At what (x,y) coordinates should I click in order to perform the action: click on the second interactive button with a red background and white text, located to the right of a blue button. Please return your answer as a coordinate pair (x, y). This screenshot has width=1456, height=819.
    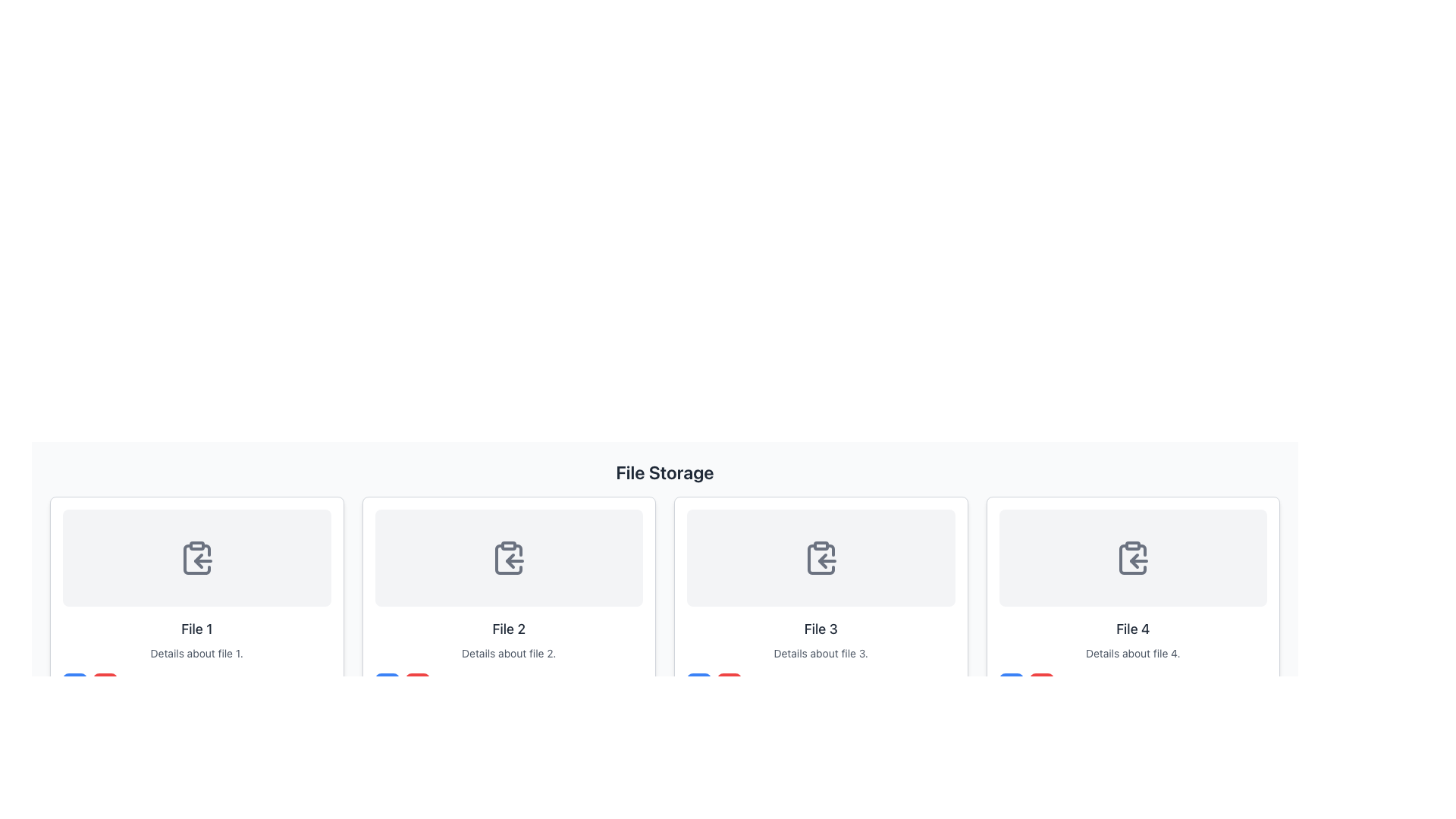
    Looking at the image, I should click on (105, 685).